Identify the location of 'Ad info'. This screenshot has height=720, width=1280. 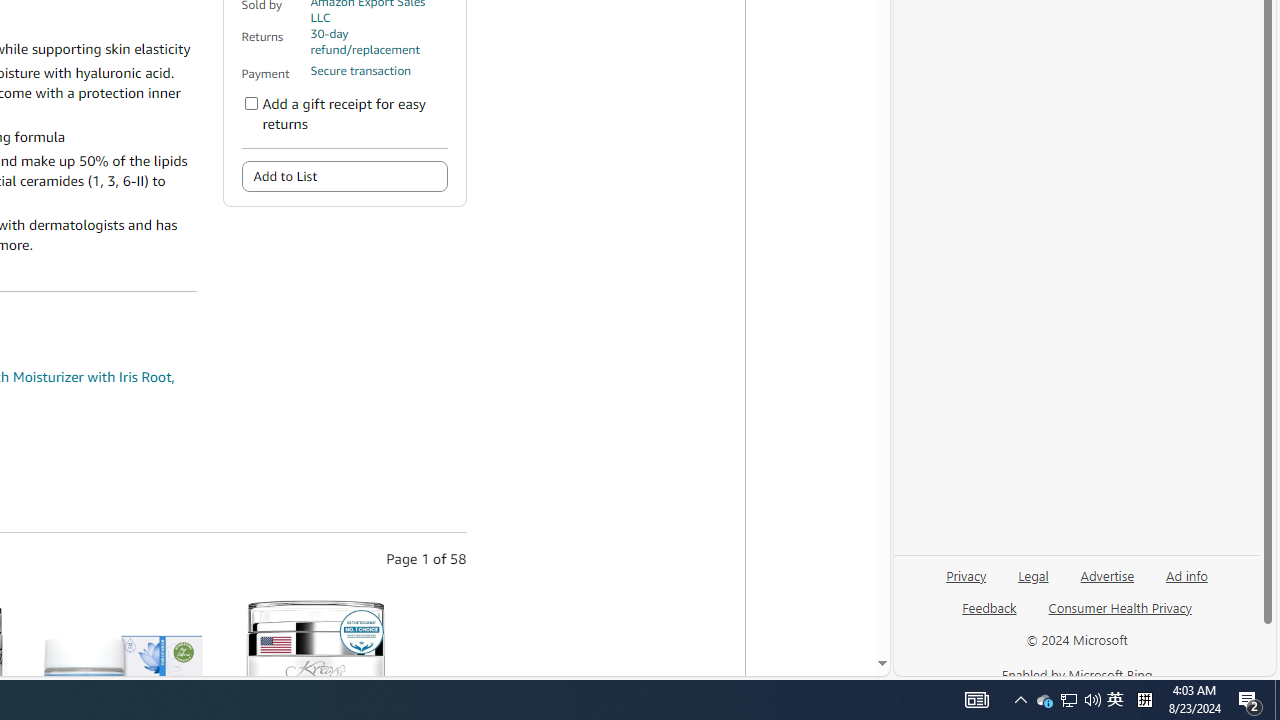
(1186, 583).